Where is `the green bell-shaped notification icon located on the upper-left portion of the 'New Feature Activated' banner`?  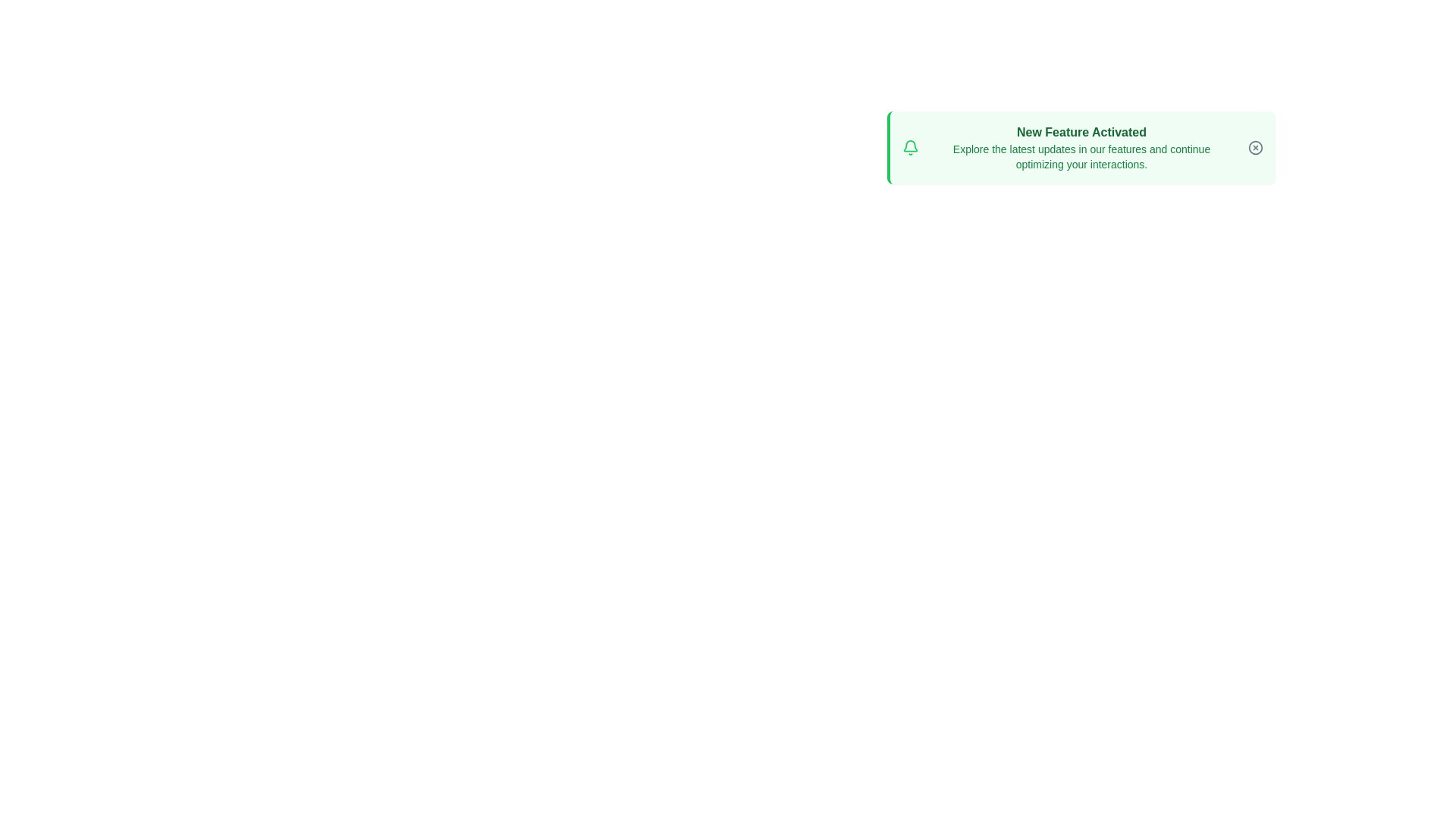 the green bell-shaped notification icon located on the upper-left portion of the 'New Feature Activated' banner is located at coordinates (910, 146).